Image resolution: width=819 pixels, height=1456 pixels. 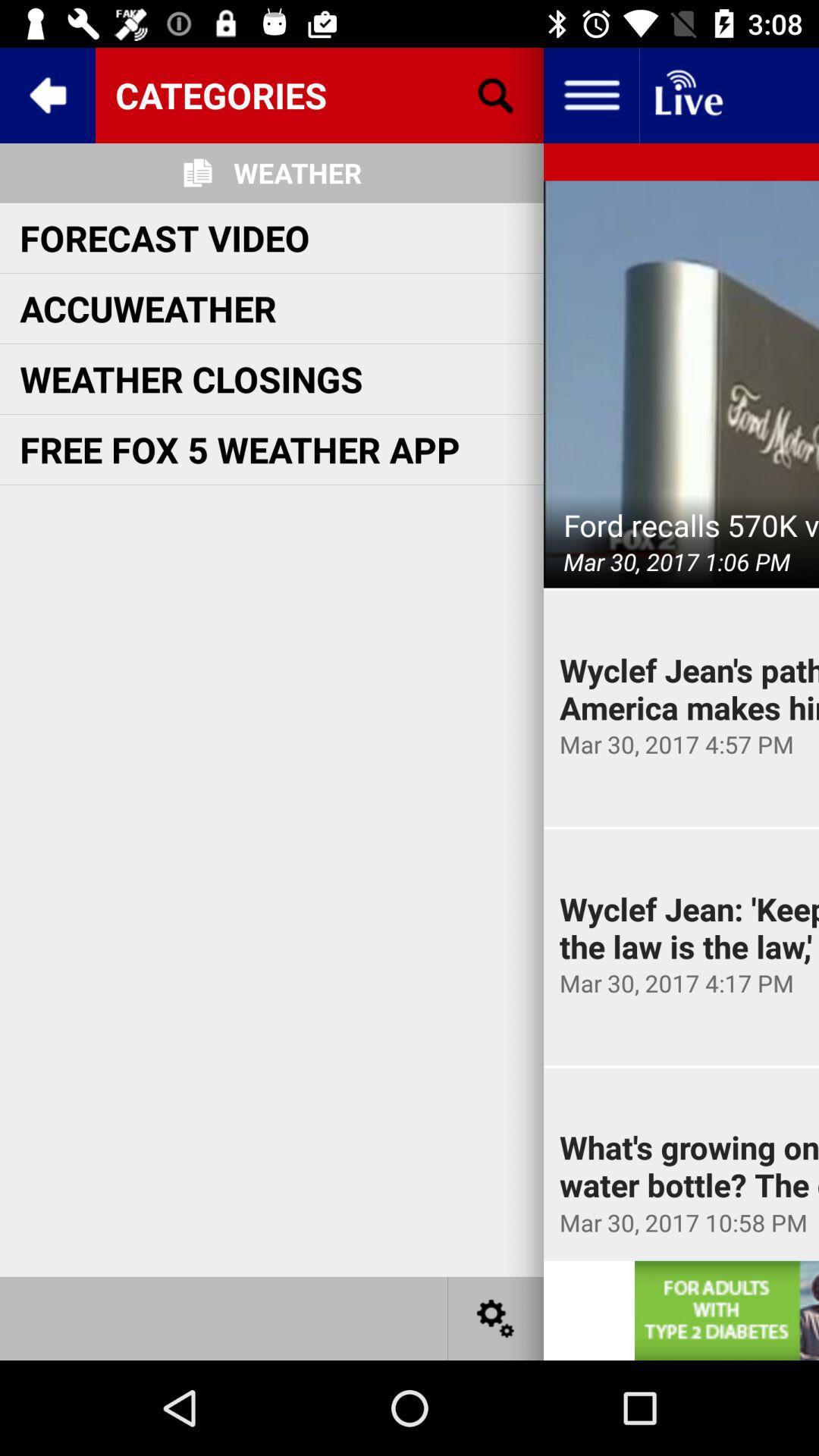 I want to click on start search, so click(x=496, y=94).